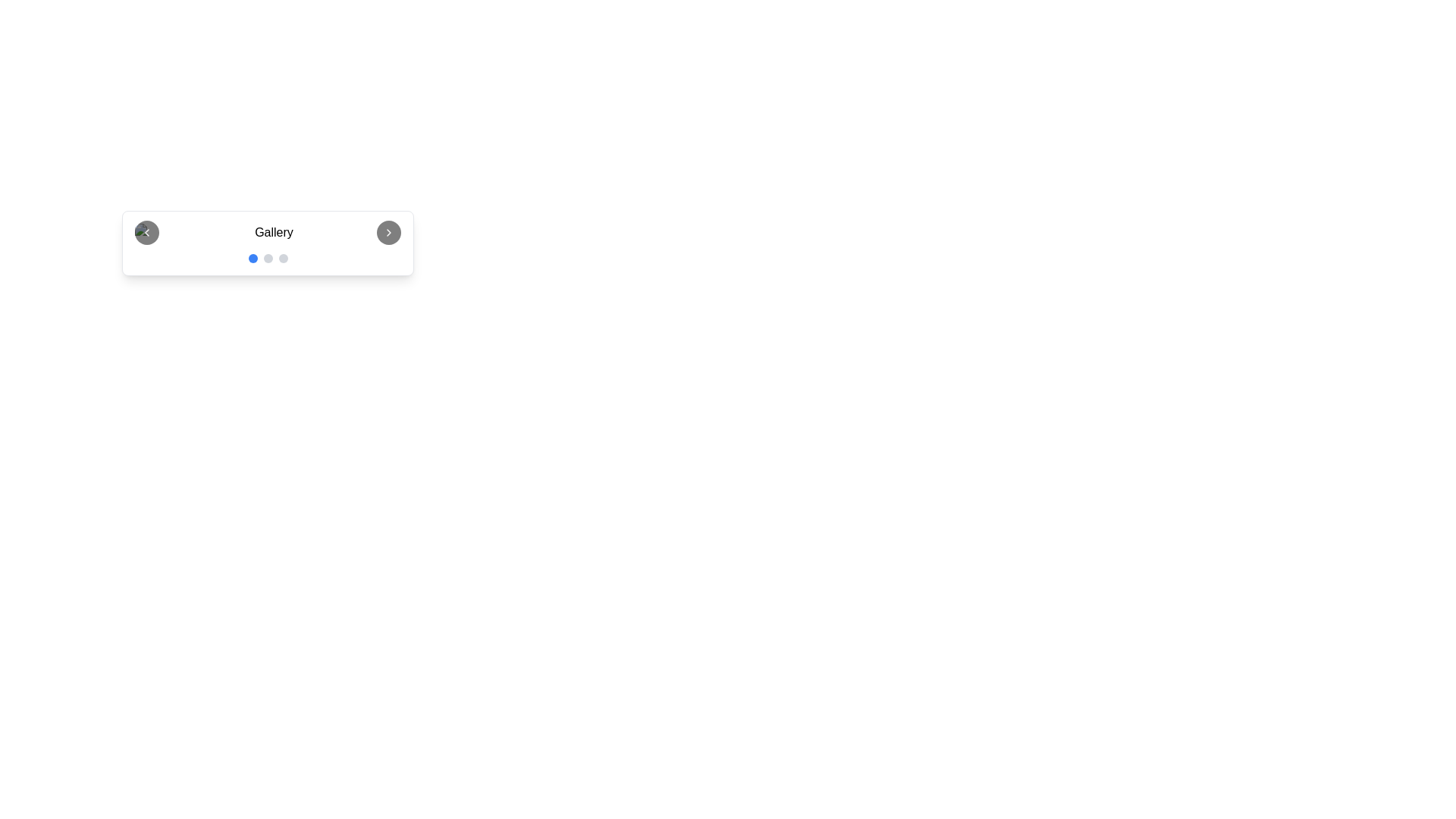 The width and height of the screenshot is (1456, 819). What do you see at coordinates (389, 233) in the screenshot?
I see `the right-facing chevron icon within the circular button located at the far right of the panel` at bounding box center [389, 233].